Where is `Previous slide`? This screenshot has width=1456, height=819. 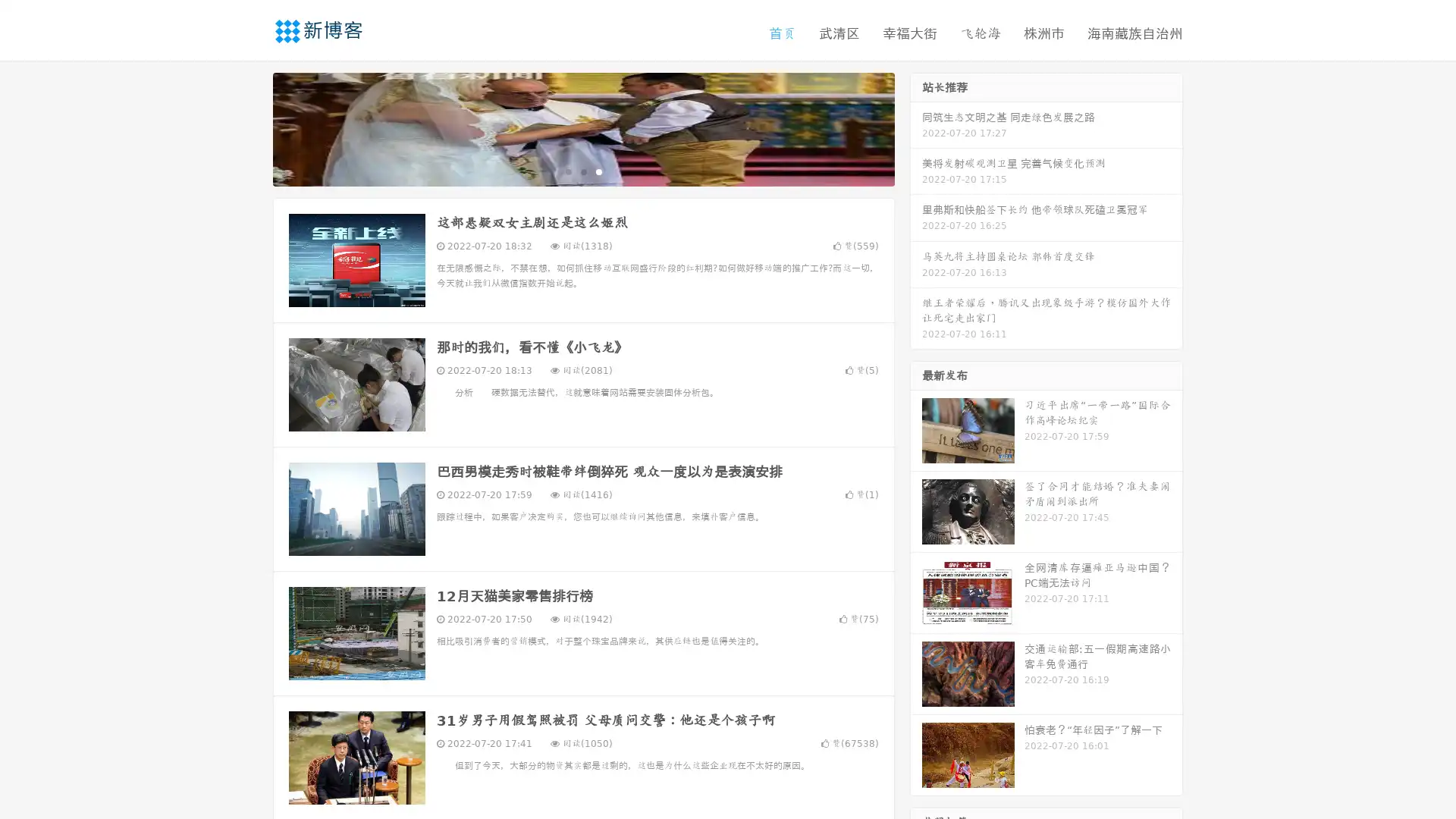 Previous slide is located at coordinates (250, 127).